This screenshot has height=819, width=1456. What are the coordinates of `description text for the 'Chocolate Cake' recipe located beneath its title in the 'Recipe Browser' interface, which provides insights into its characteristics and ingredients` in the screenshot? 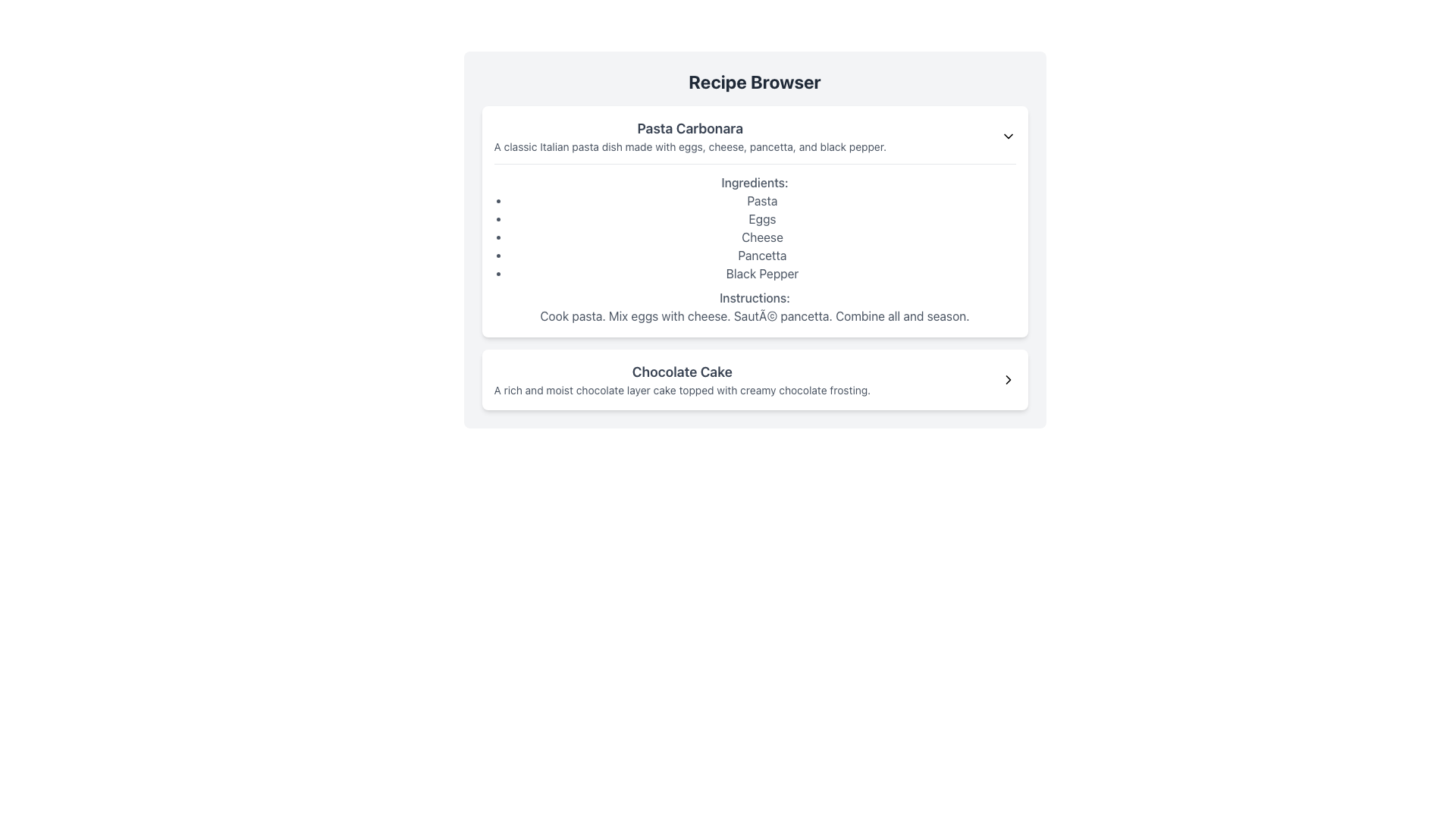 It's located at (681, 390).